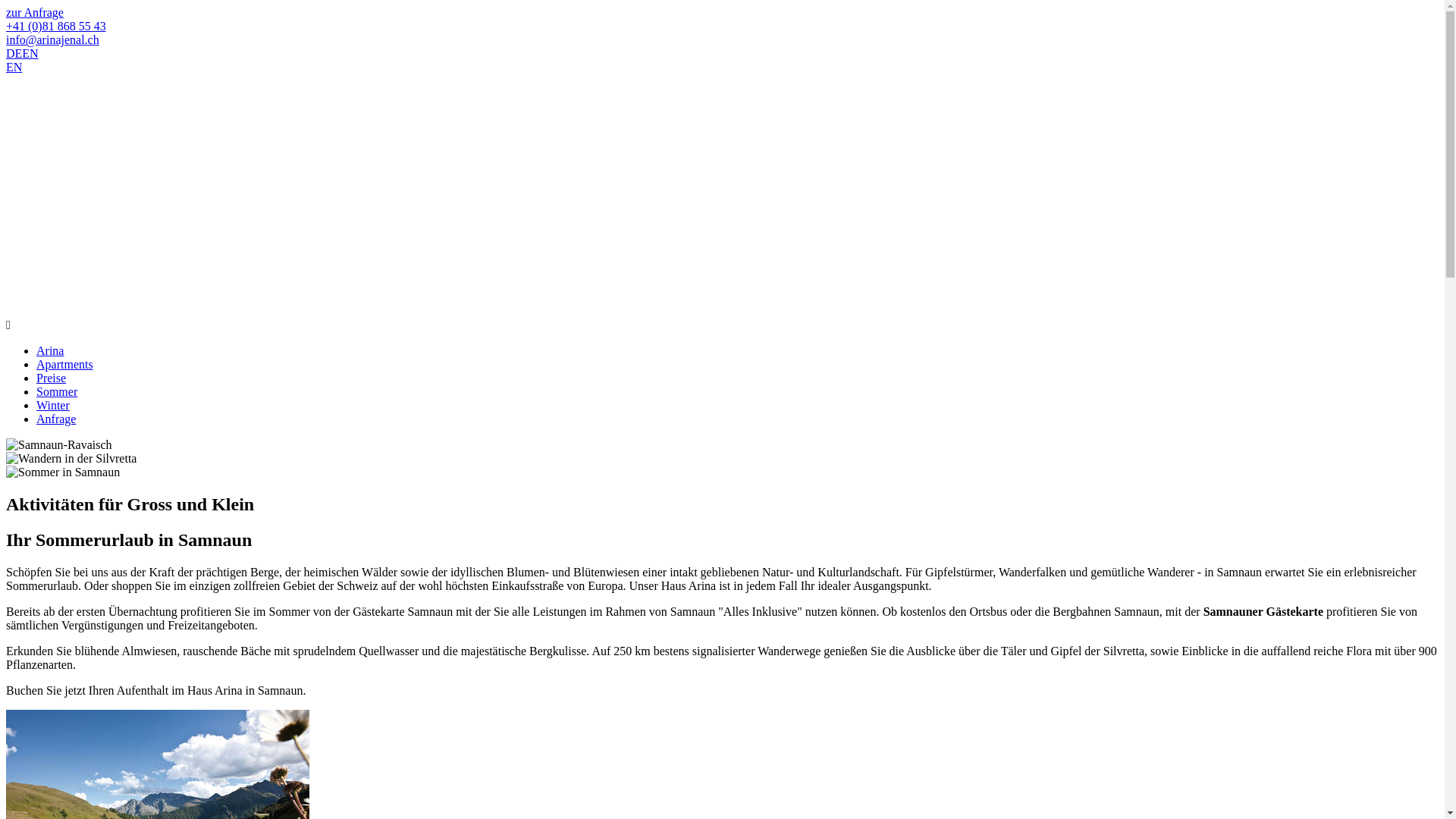 This screenshot has height=819, width=1456. What do you see at coordinates (50, 350) in the screenshot?
I see `'Arina'` at bounding box center [50, 350].